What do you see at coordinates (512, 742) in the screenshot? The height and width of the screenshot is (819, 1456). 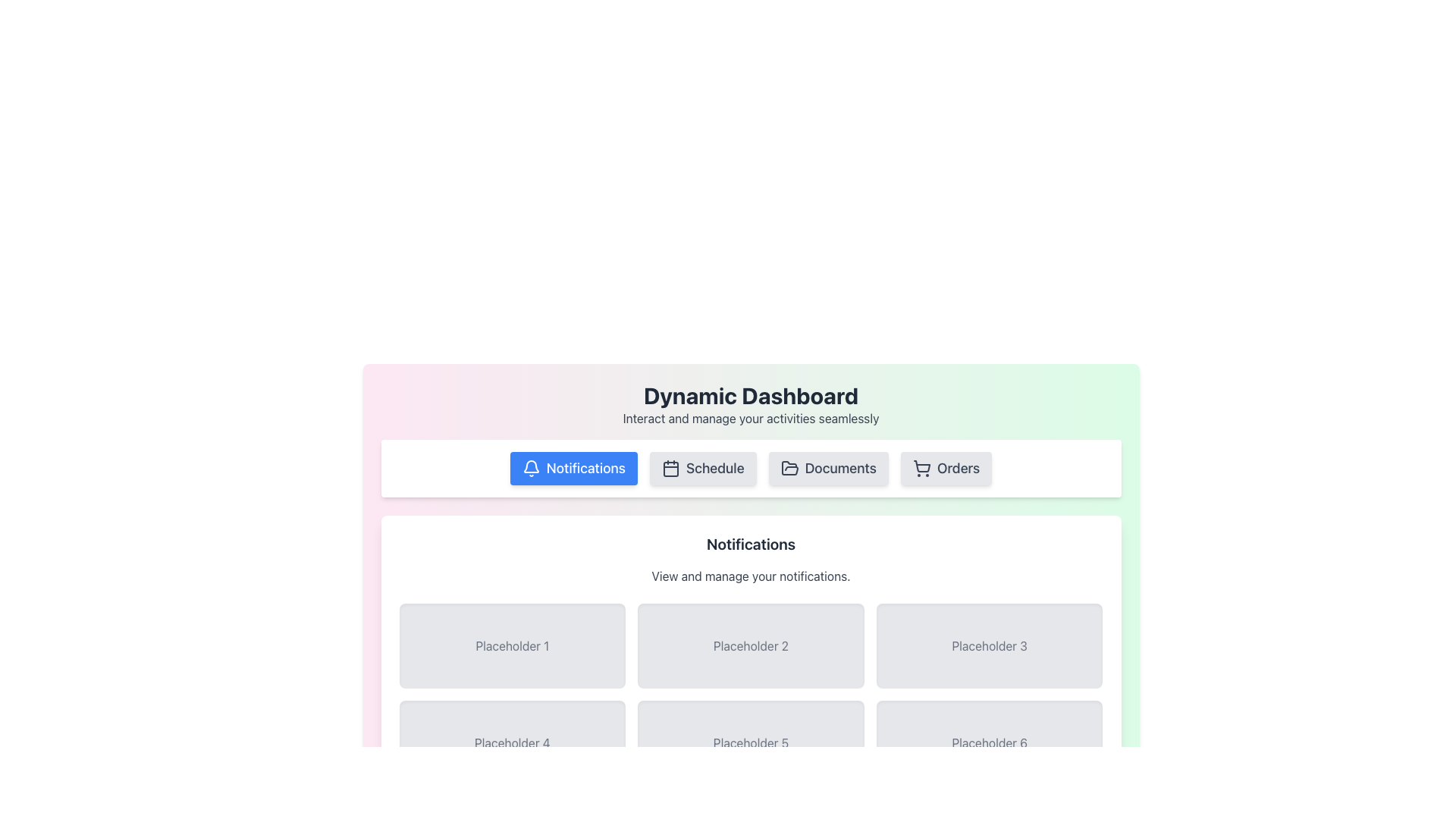 I see `the static text label located in the second row, first column of the grid in the bottom-left quadrant` at bounding box center [512, 742].